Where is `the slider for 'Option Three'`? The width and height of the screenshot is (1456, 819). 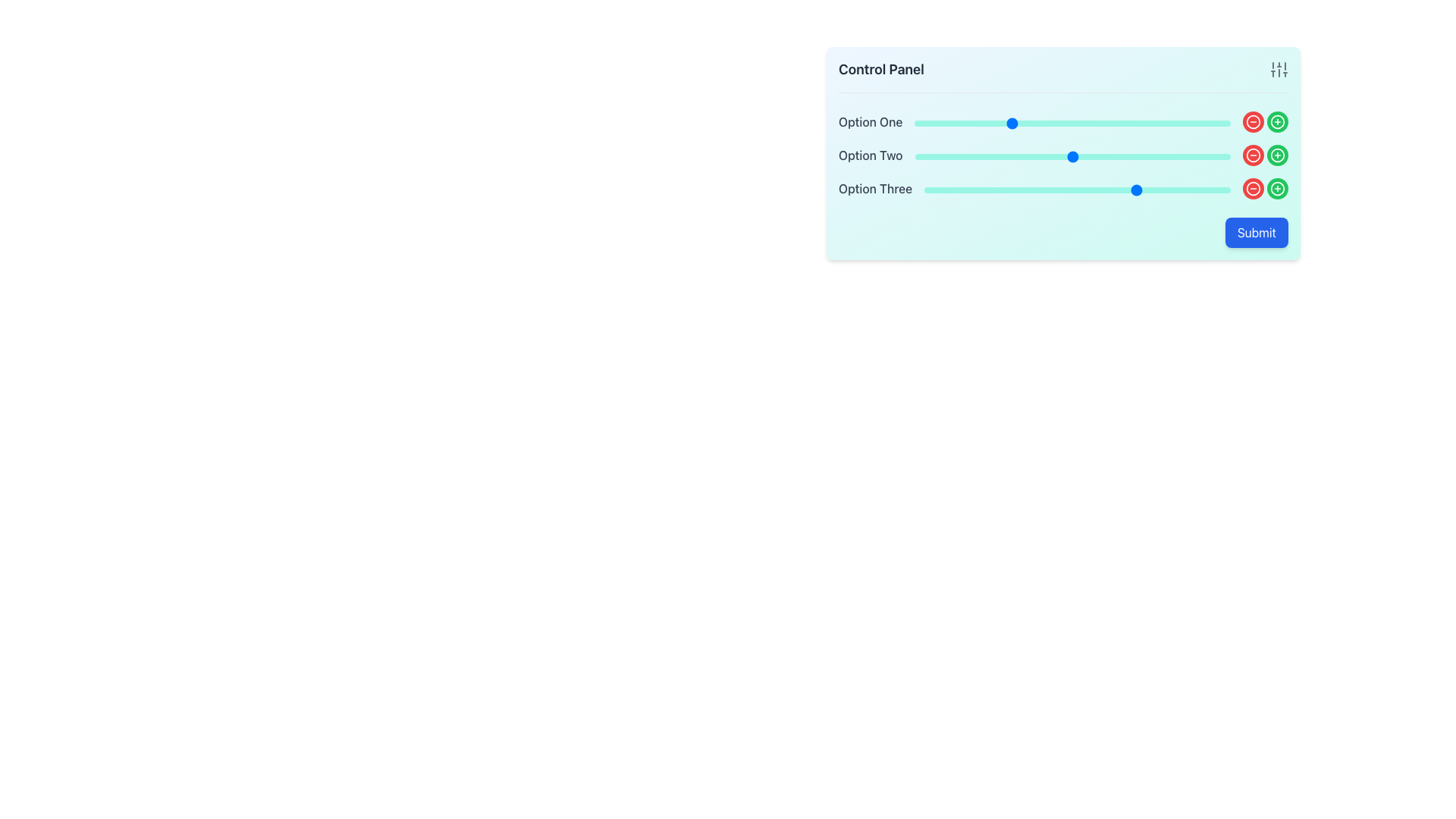 the slider for 'Option Three' is located at coordinates (1129, 189).